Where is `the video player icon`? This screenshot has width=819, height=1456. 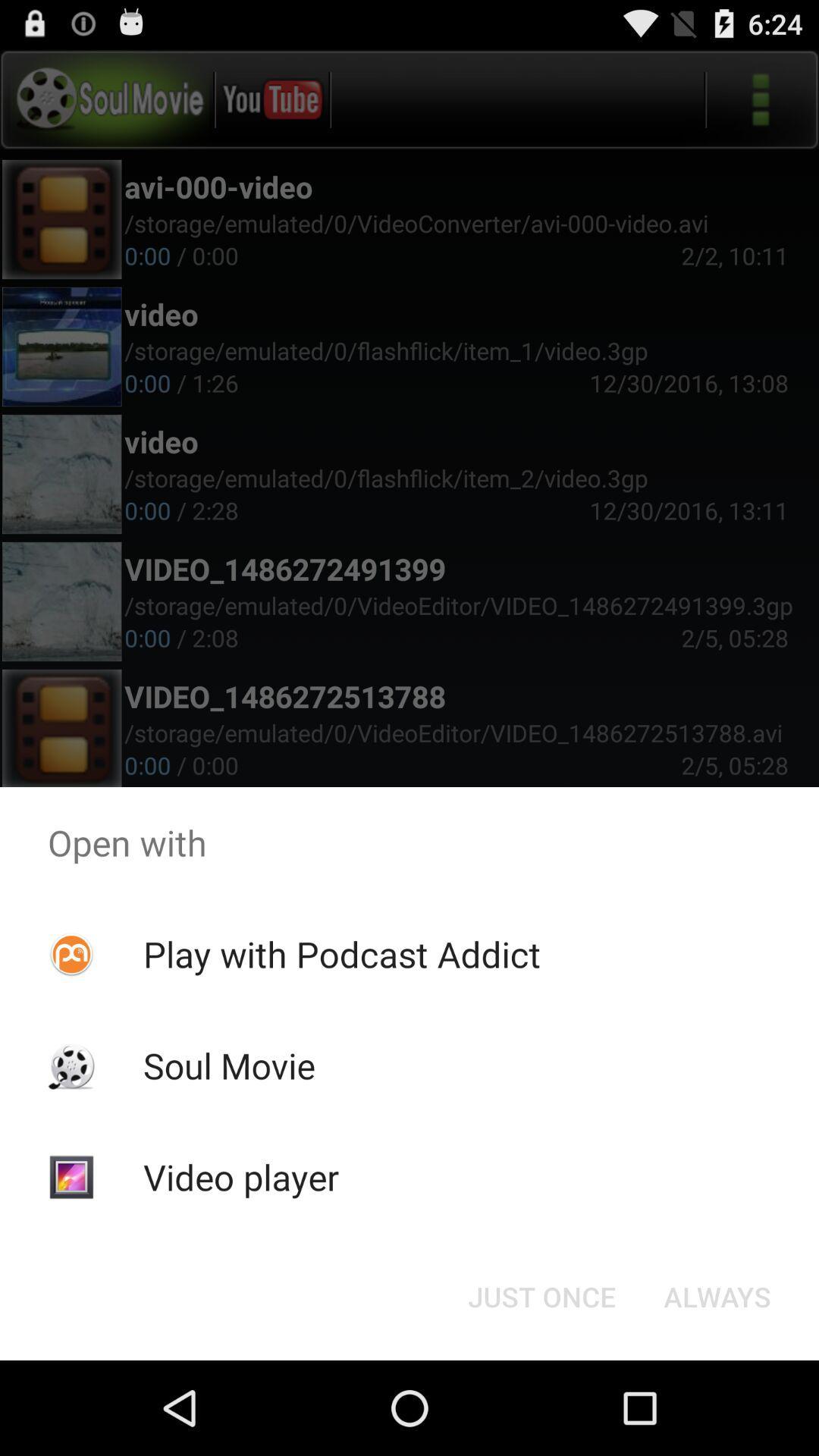 the video player icon is located at coordinates (240, 1176).